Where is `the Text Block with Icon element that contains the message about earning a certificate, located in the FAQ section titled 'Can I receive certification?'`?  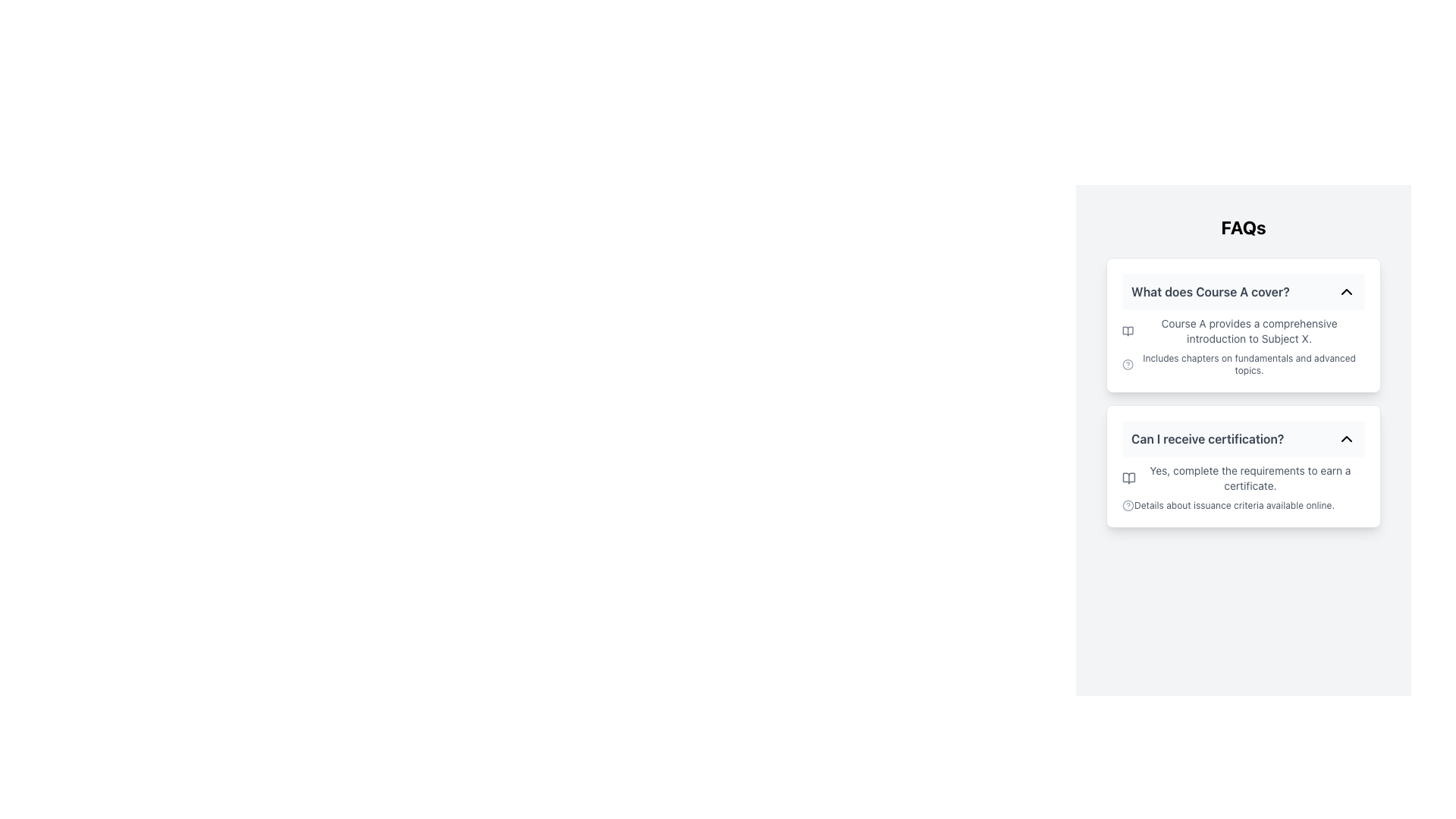
the Text Block with Icon element that contains the message about earning a certificate, located in the FAQ section titled 'Can I receive certification?' is located at coordinates (1244, 488).